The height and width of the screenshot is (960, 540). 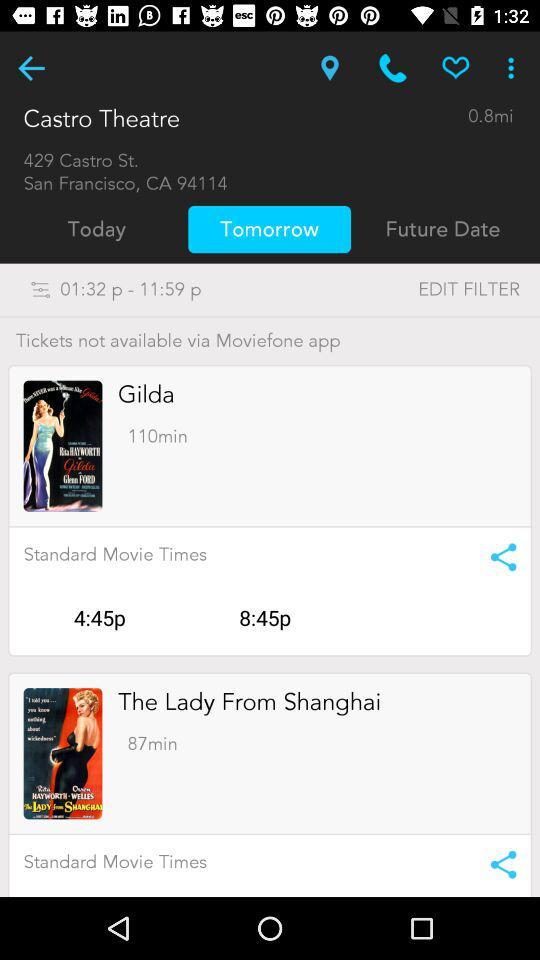 What do you see at coordinates (496, 863) in the screenshot?
I see `to share` at bounding box center [496, 863].